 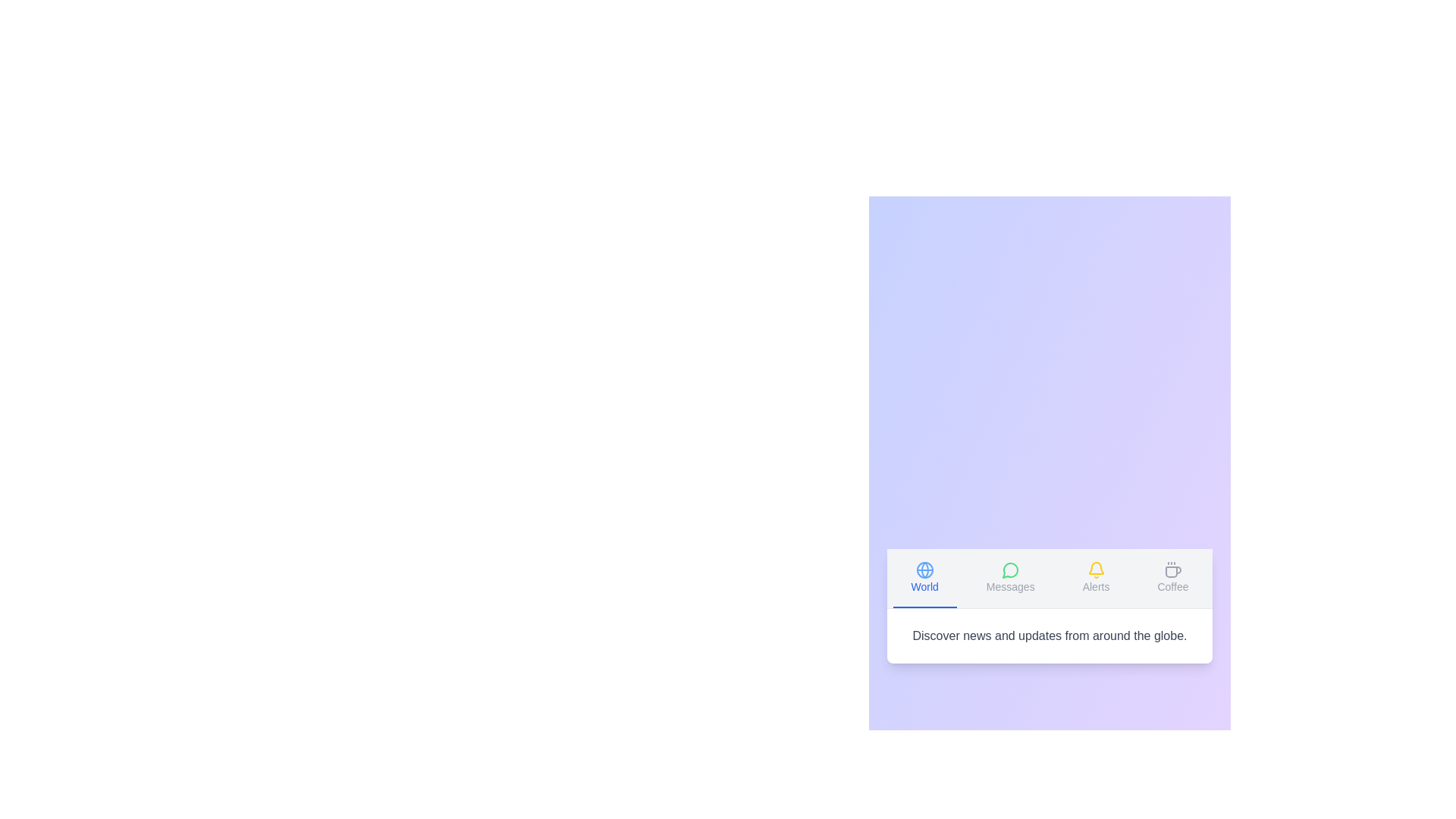 I want to click on the tab labeled 'Alerts' to view its content, so click(x=1096, y=578).